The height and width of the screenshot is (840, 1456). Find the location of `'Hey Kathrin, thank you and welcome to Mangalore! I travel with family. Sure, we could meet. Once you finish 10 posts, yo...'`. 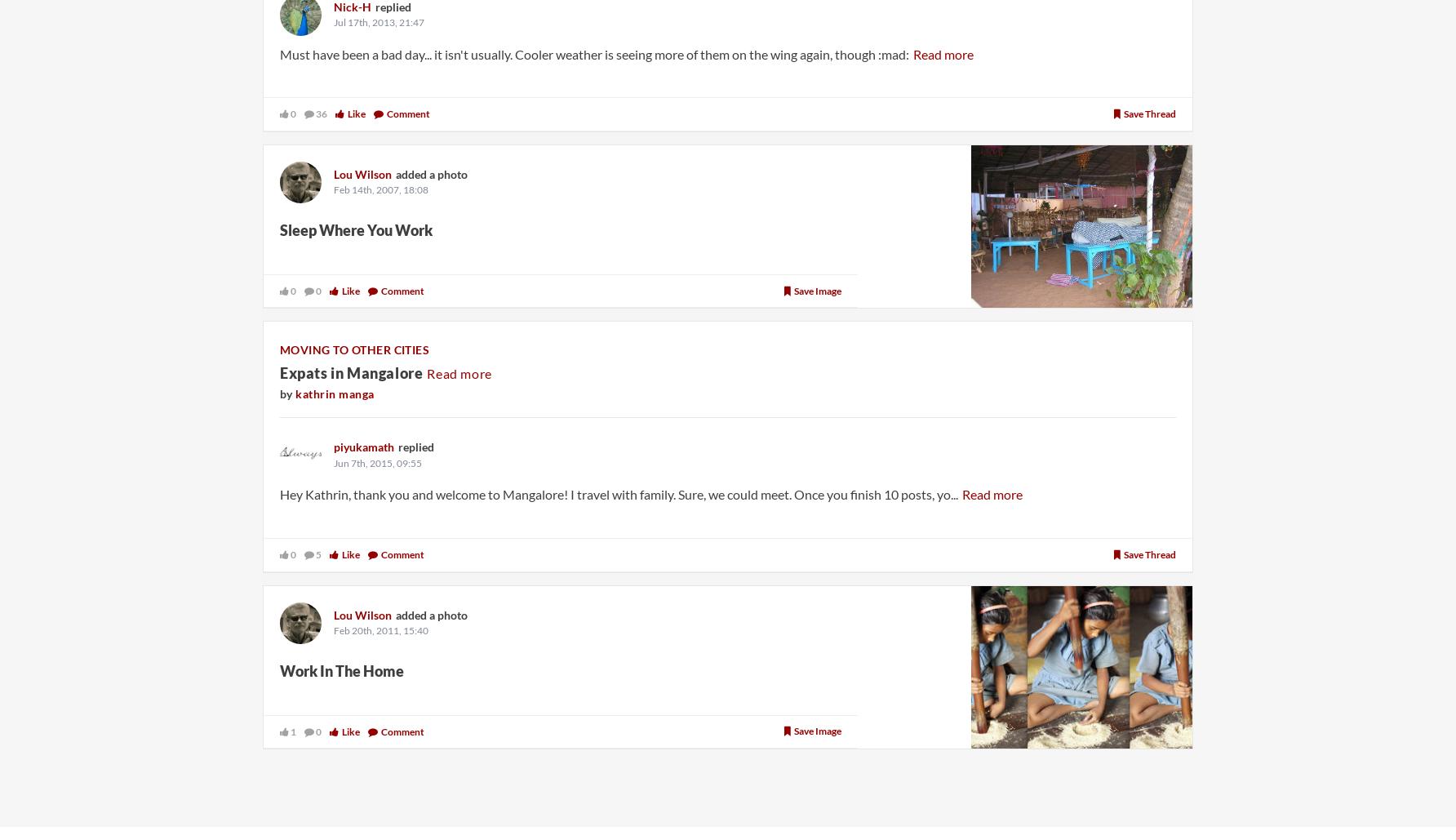

'Hey Kathrin, thank you and welcome to Mangalore! I travel with family. Sure, we could meet. Once you finish 10 posts, yo...' is located at coordinates (619, 494).